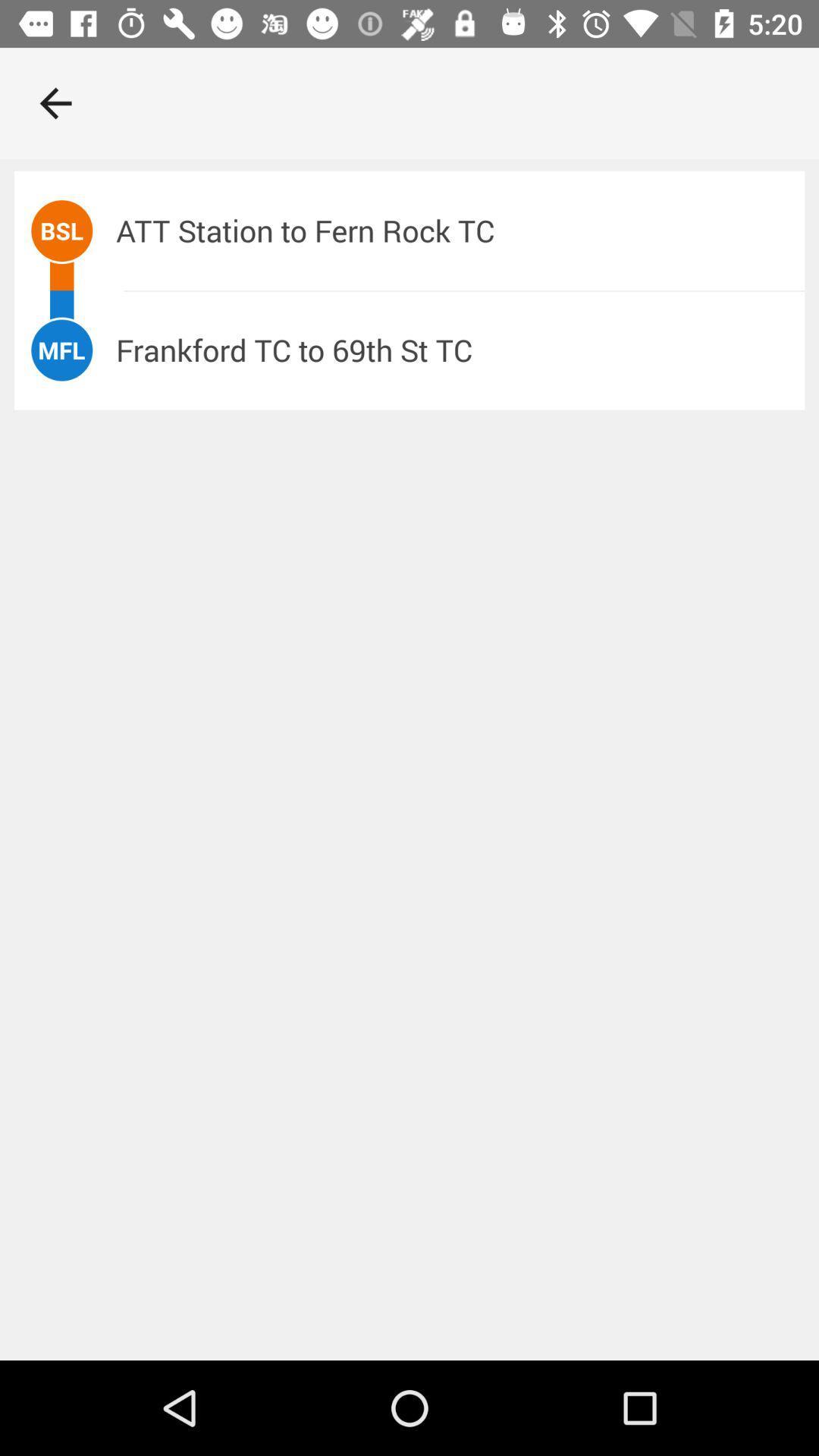 The width and height of the screenshot is (819, 1456). I want to click on the item next to att station to icon, so click(61, 230).